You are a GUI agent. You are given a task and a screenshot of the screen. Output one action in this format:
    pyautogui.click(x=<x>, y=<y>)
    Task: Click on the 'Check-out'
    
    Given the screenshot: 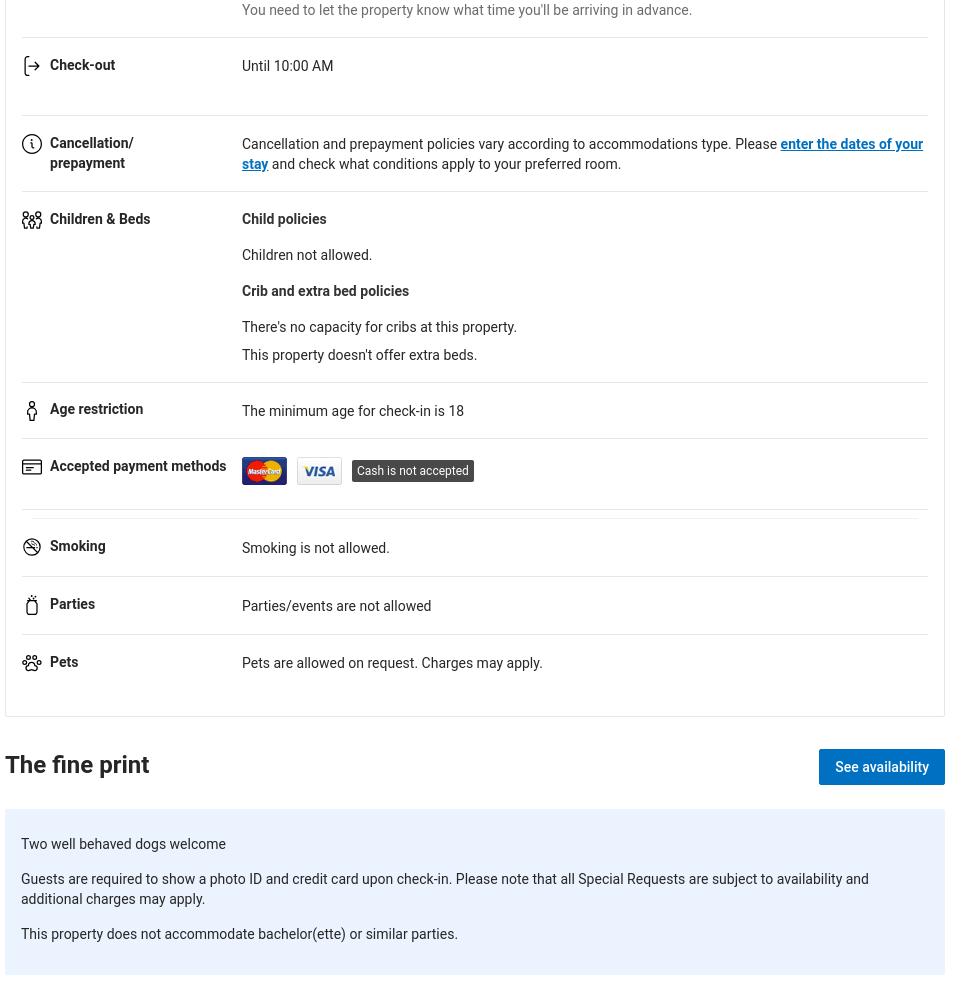 What is the action you would take?
    pyautogui.click(x=49, y=63)
    